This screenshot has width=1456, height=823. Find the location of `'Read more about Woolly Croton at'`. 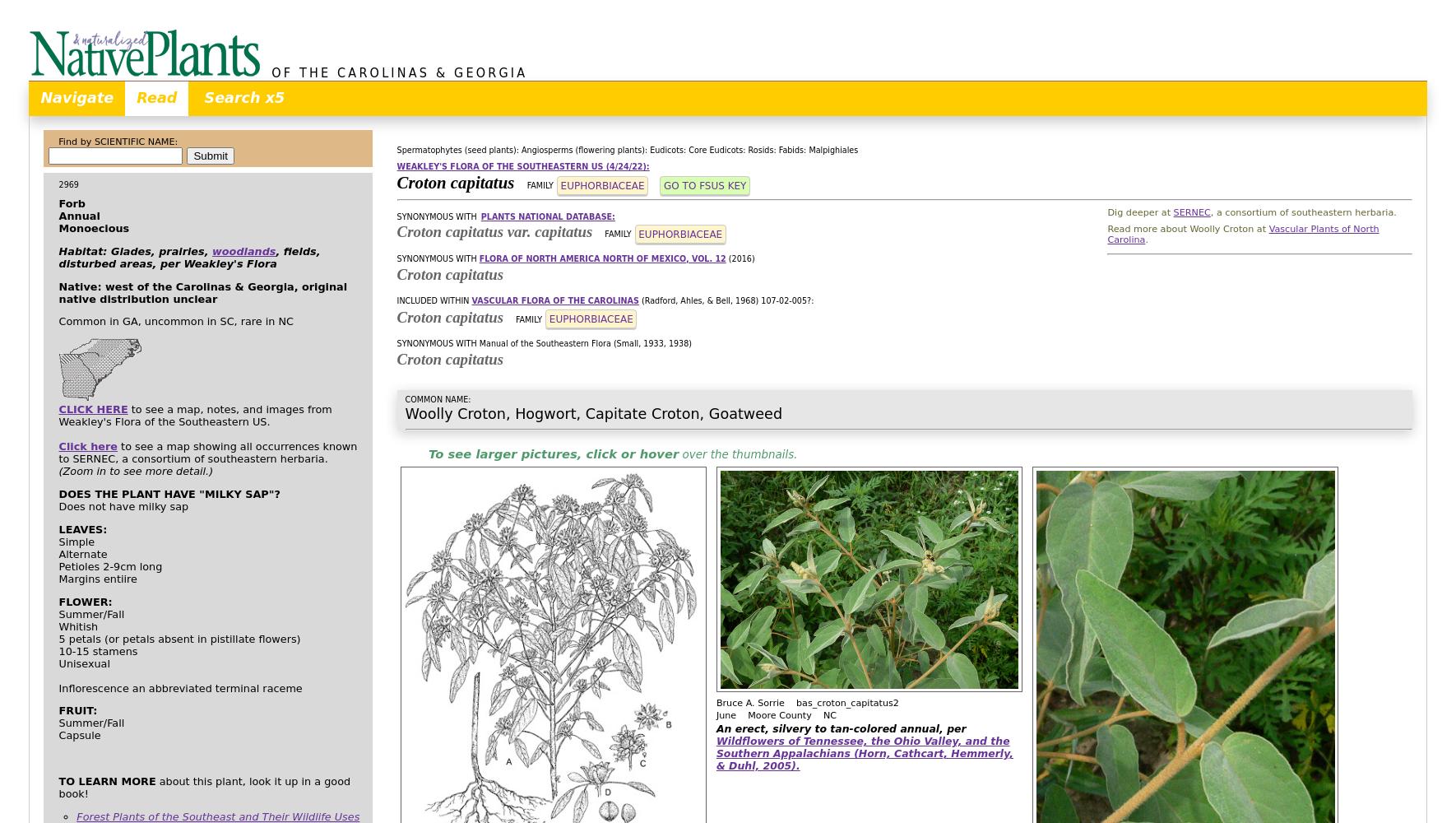

'Read more about Woolly Croton at' is located at coordinates (1187, 228).